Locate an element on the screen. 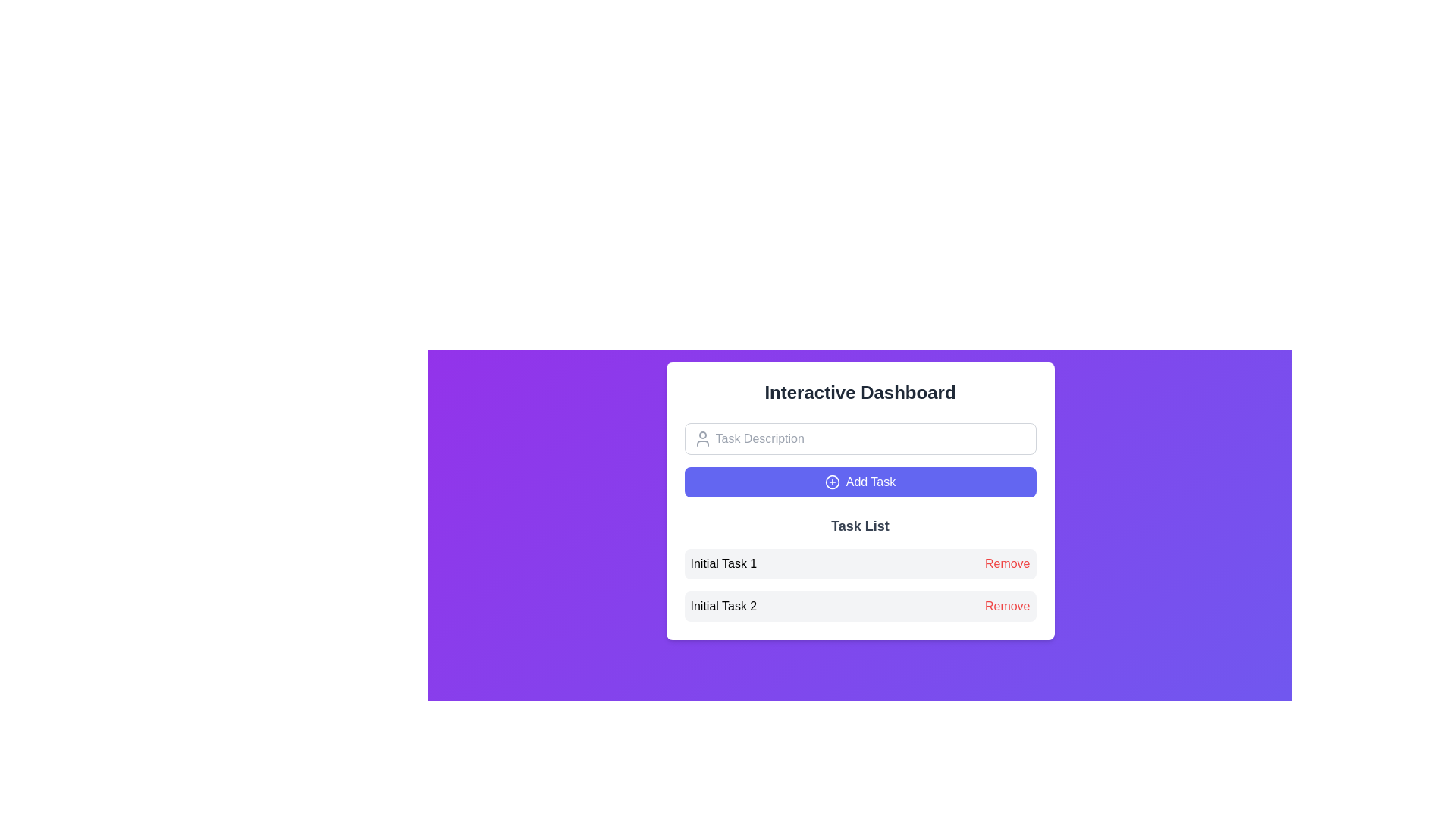 This screenshot has width=1456, height=819. the 'Remove' button, which is styled in red and located to the right of 'Initial Task 1' in the task list is located at coordinates (1007, 564).